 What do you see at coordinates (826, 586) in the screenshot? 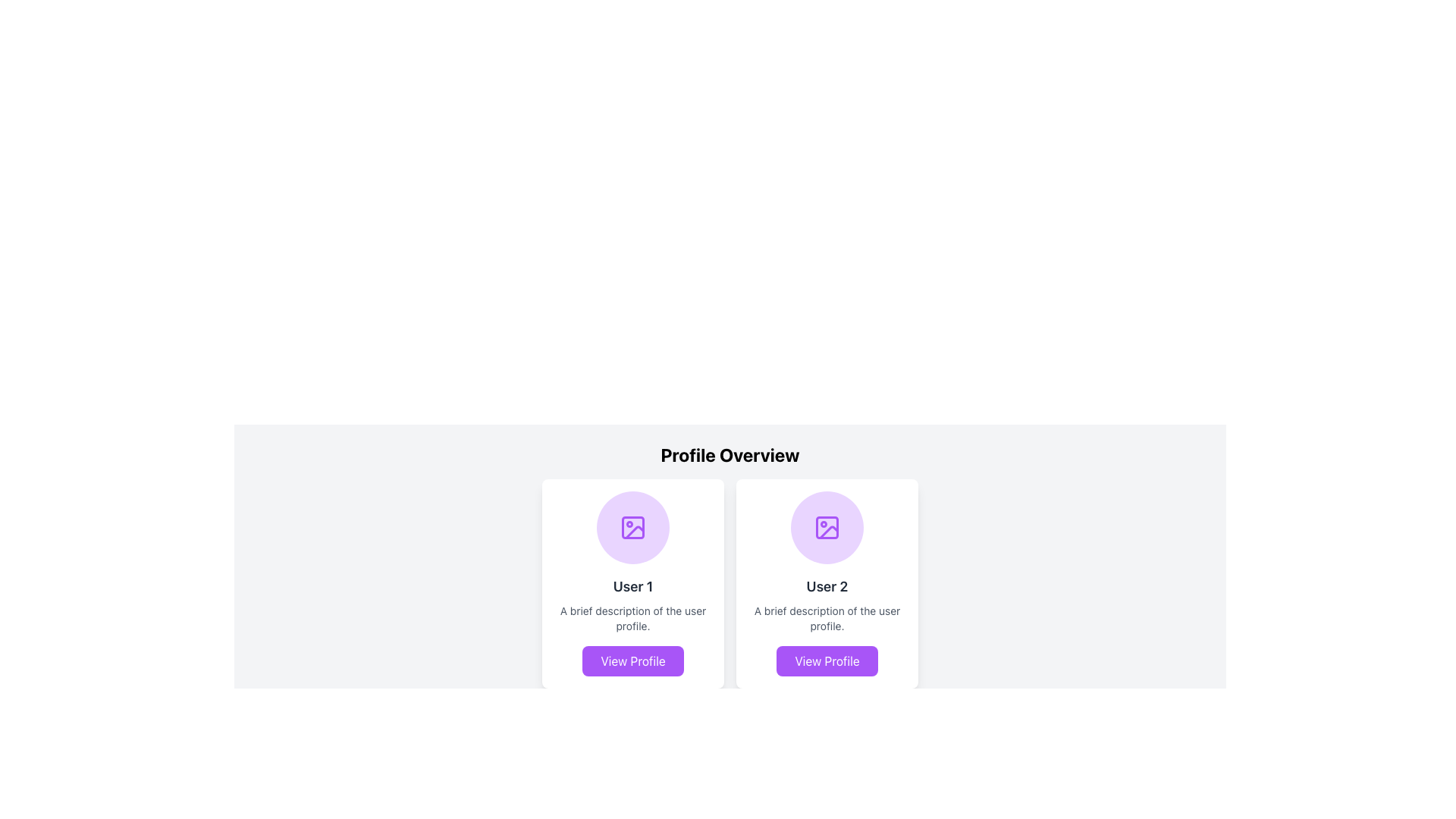
I see `the bold, dark gray text element reading 'User 2' which is centered in the right profile card, located beneath a purple circular icon and above description text` at bounding box center [826, 586].